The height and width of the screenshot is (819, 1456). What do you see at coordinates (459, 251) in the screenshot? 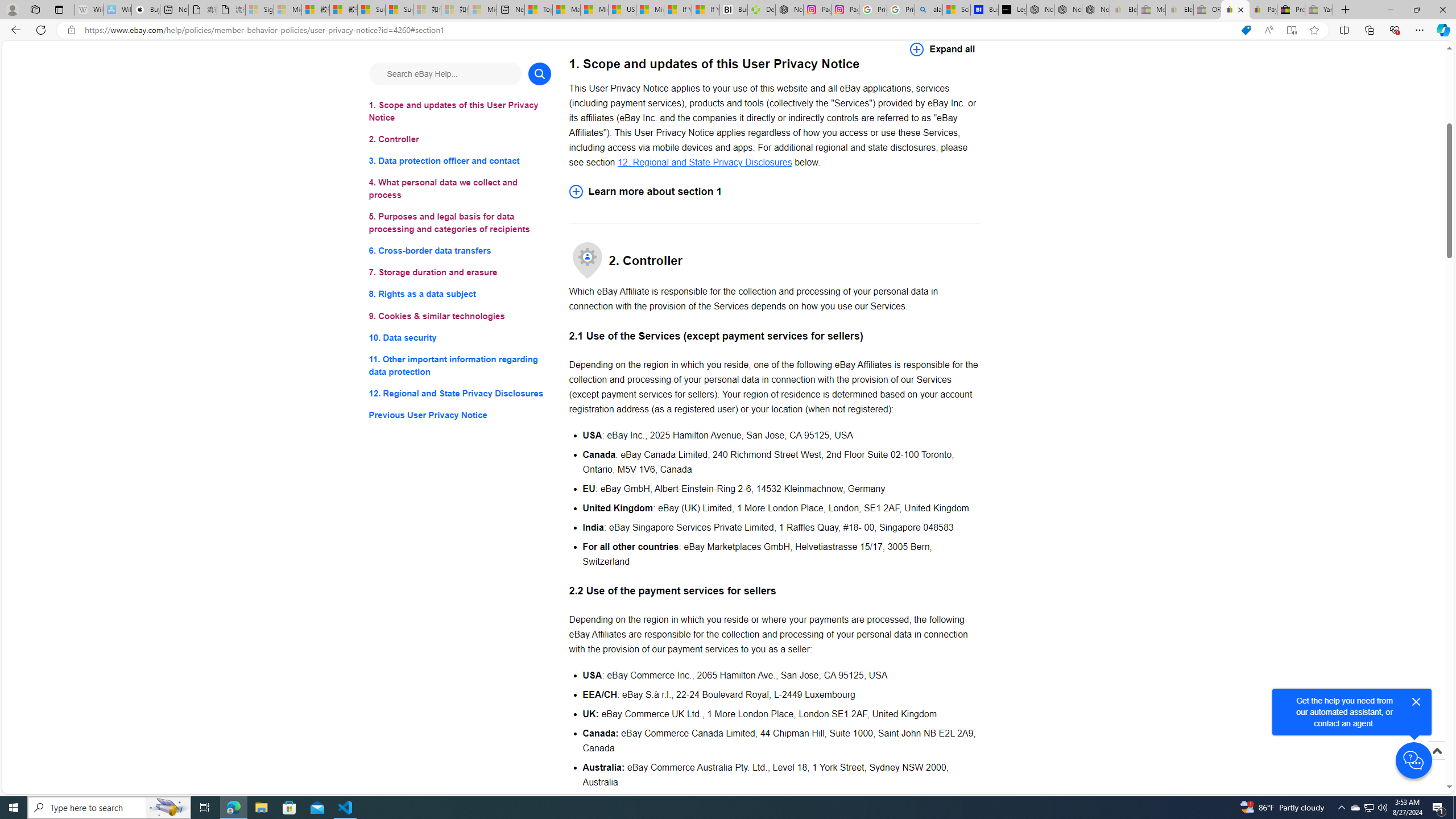
I see `'6. Cross-border data transfers'` at bounding box center [459, 251].